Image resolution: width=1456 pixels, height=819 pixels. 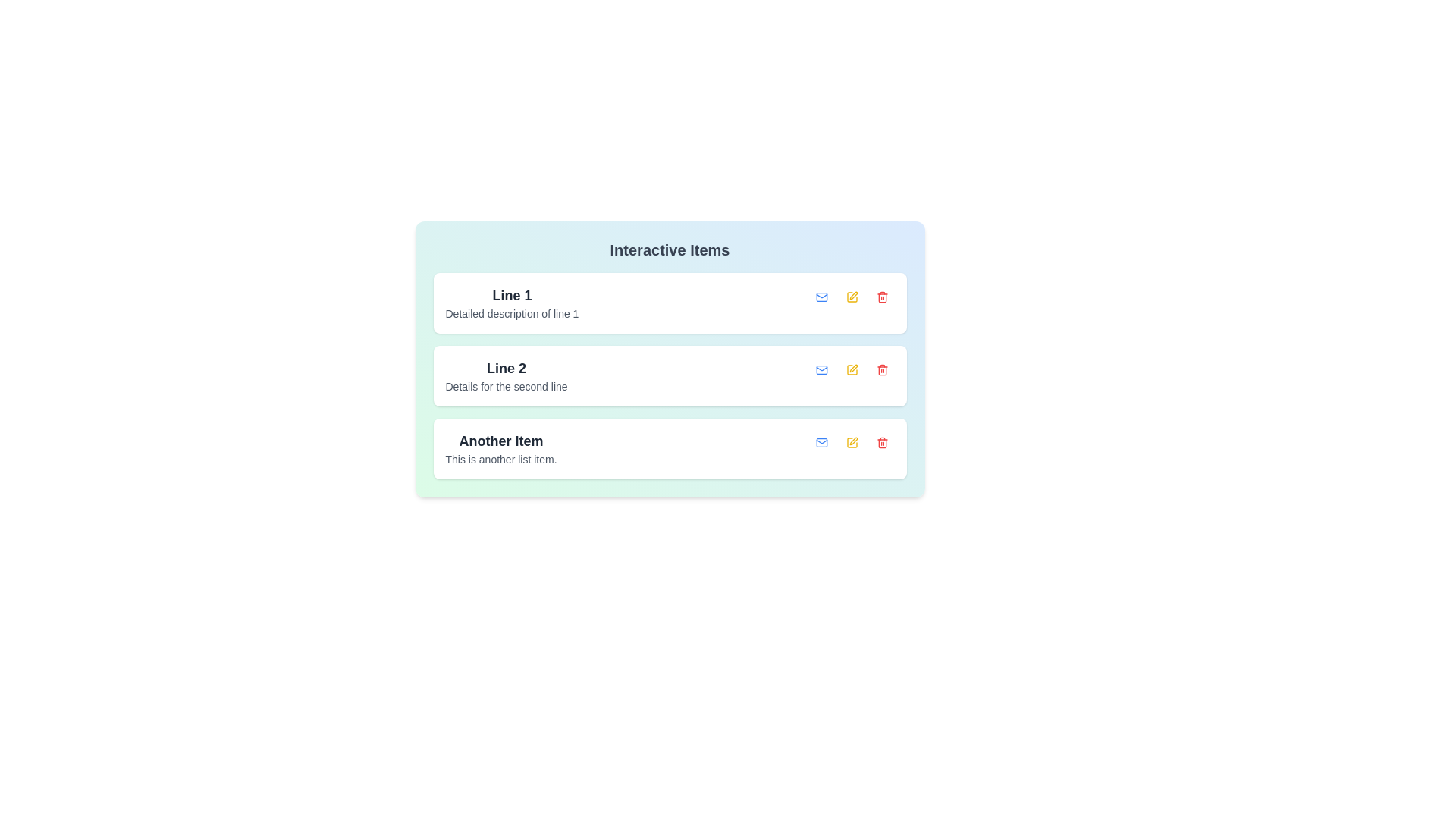 I want to click on delete button for the item with the title Line 2, so click(x=882, y=370).